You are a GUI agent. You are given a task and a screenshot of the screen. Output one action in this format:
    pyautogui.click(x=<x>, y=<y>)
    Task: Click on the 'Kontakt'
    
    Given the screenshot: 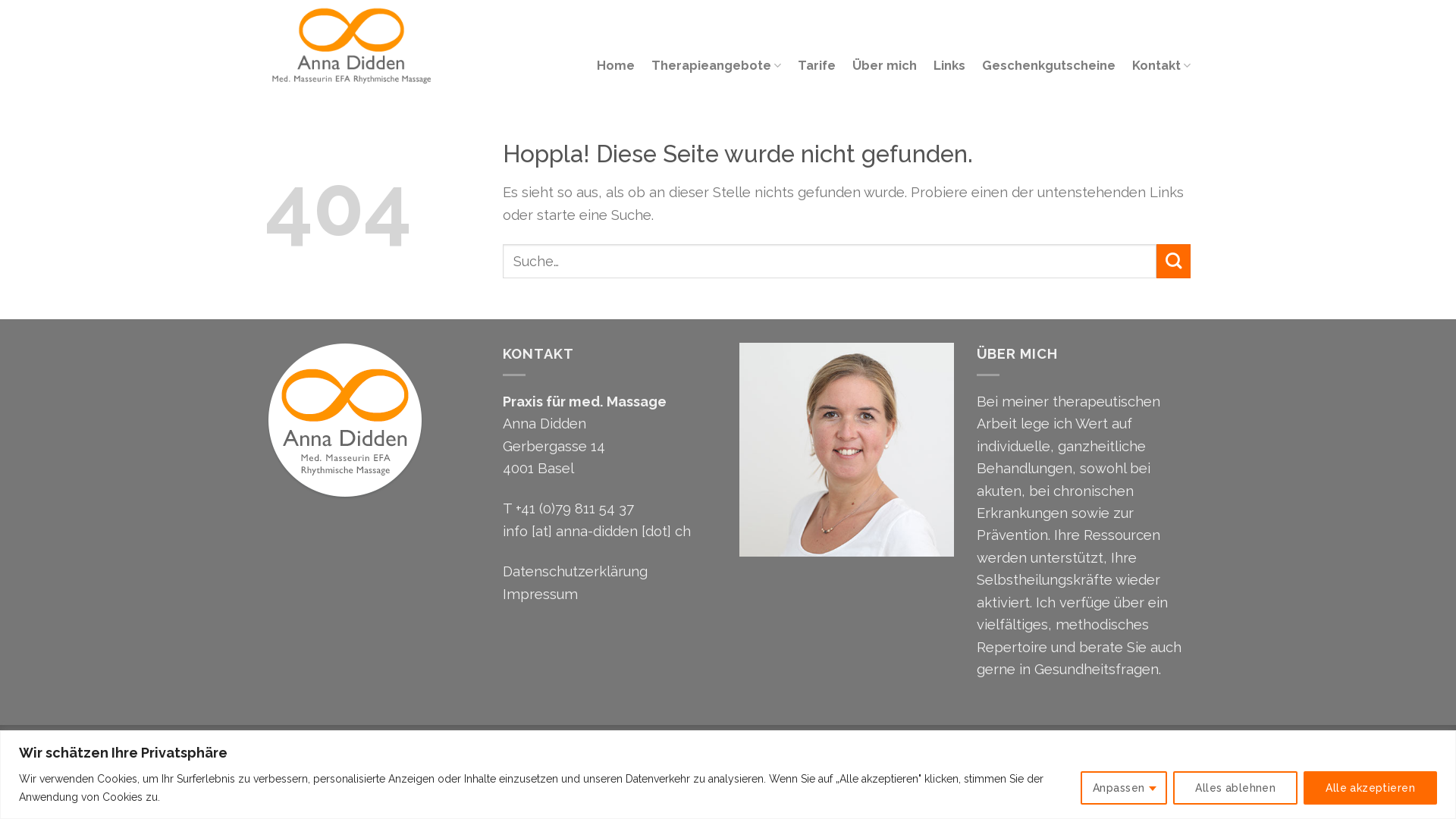 What is the action you would take?
    pyautogui.click(x=1160, y=64)
    